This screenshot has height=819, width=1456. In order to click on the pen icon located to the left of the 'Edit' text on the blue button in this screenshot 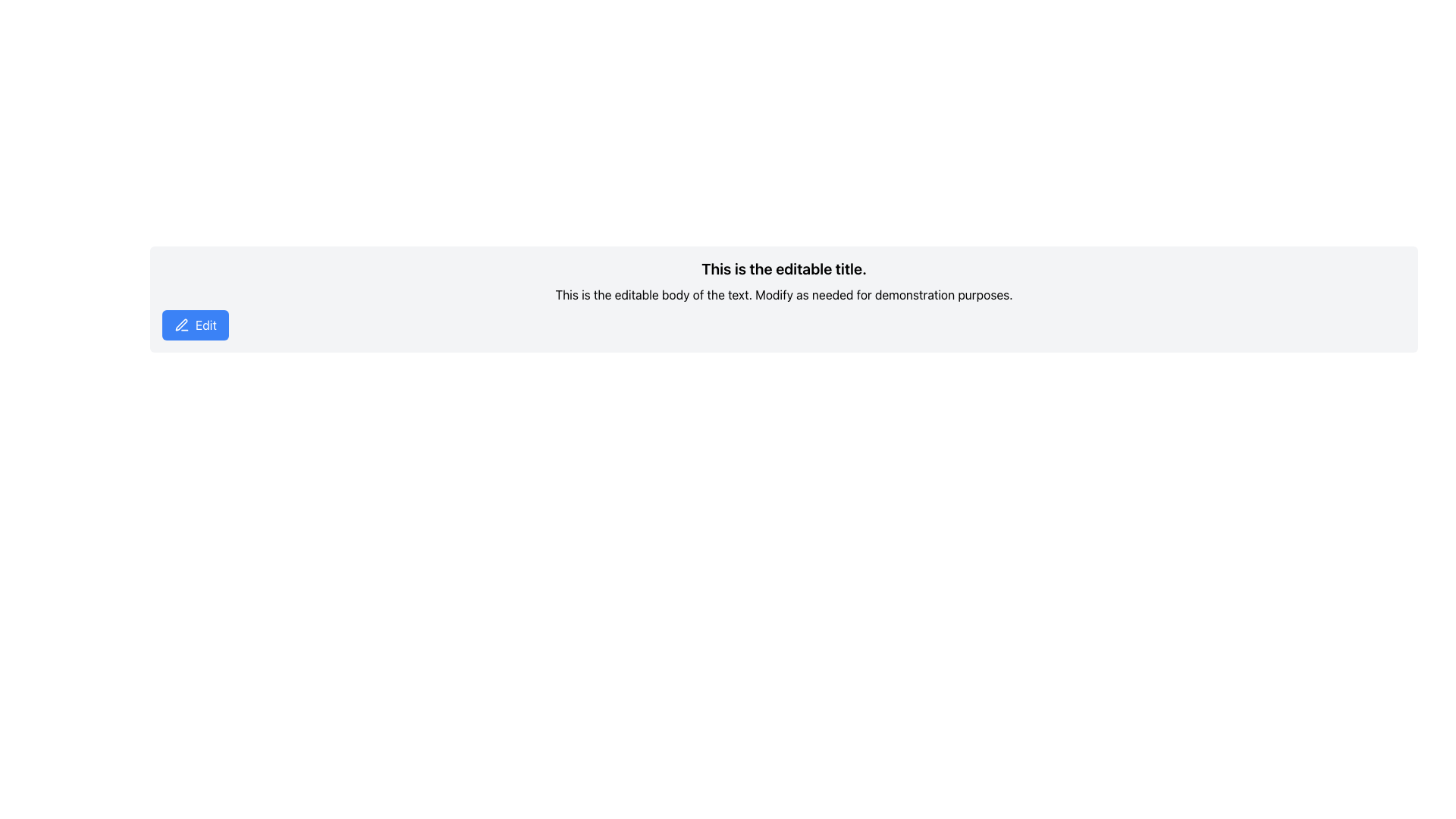, I will do `click(182, 324)`.